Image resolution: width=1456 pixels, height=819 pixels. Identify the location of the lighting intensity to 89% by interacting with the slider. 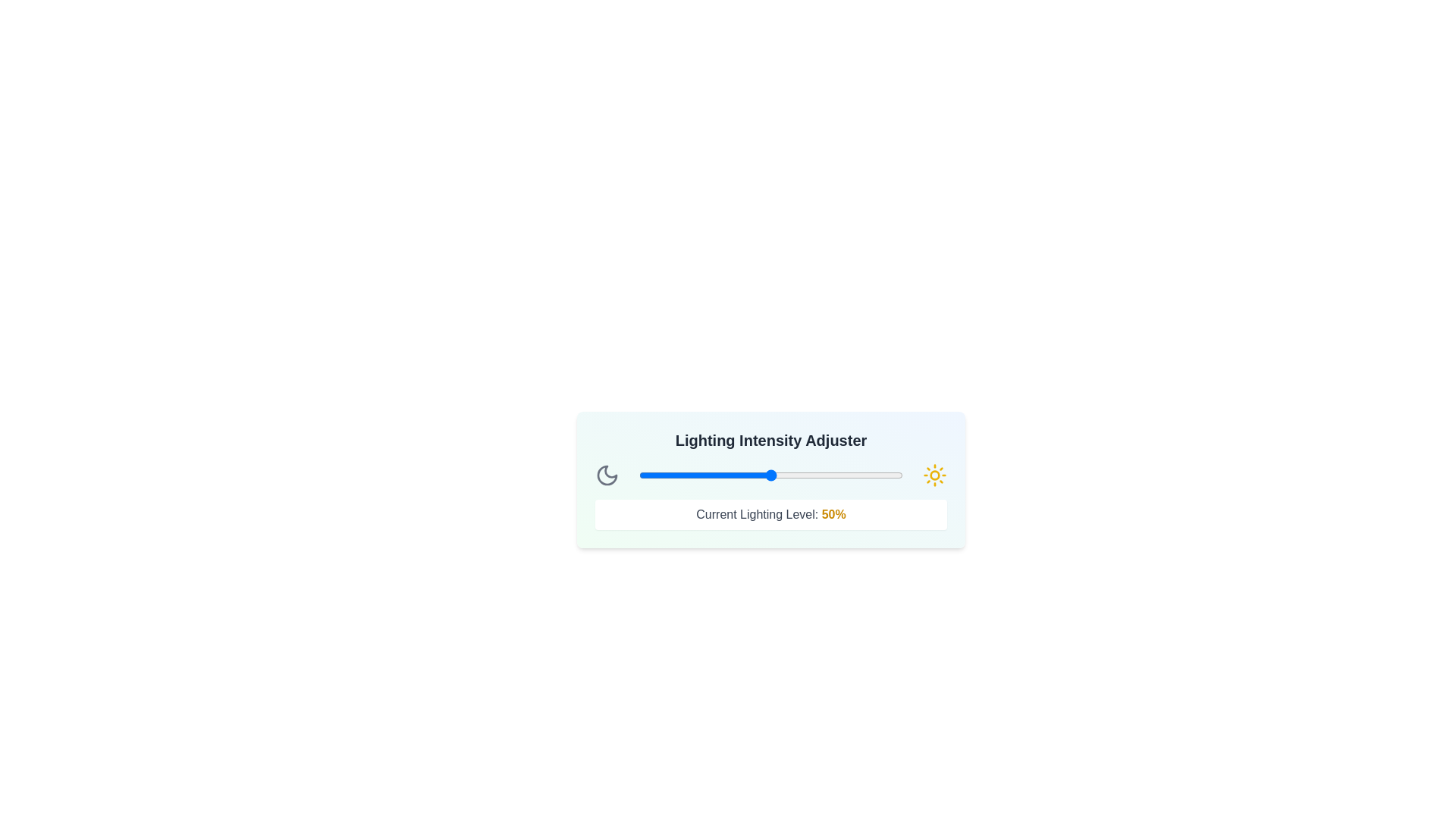
(874, 475).